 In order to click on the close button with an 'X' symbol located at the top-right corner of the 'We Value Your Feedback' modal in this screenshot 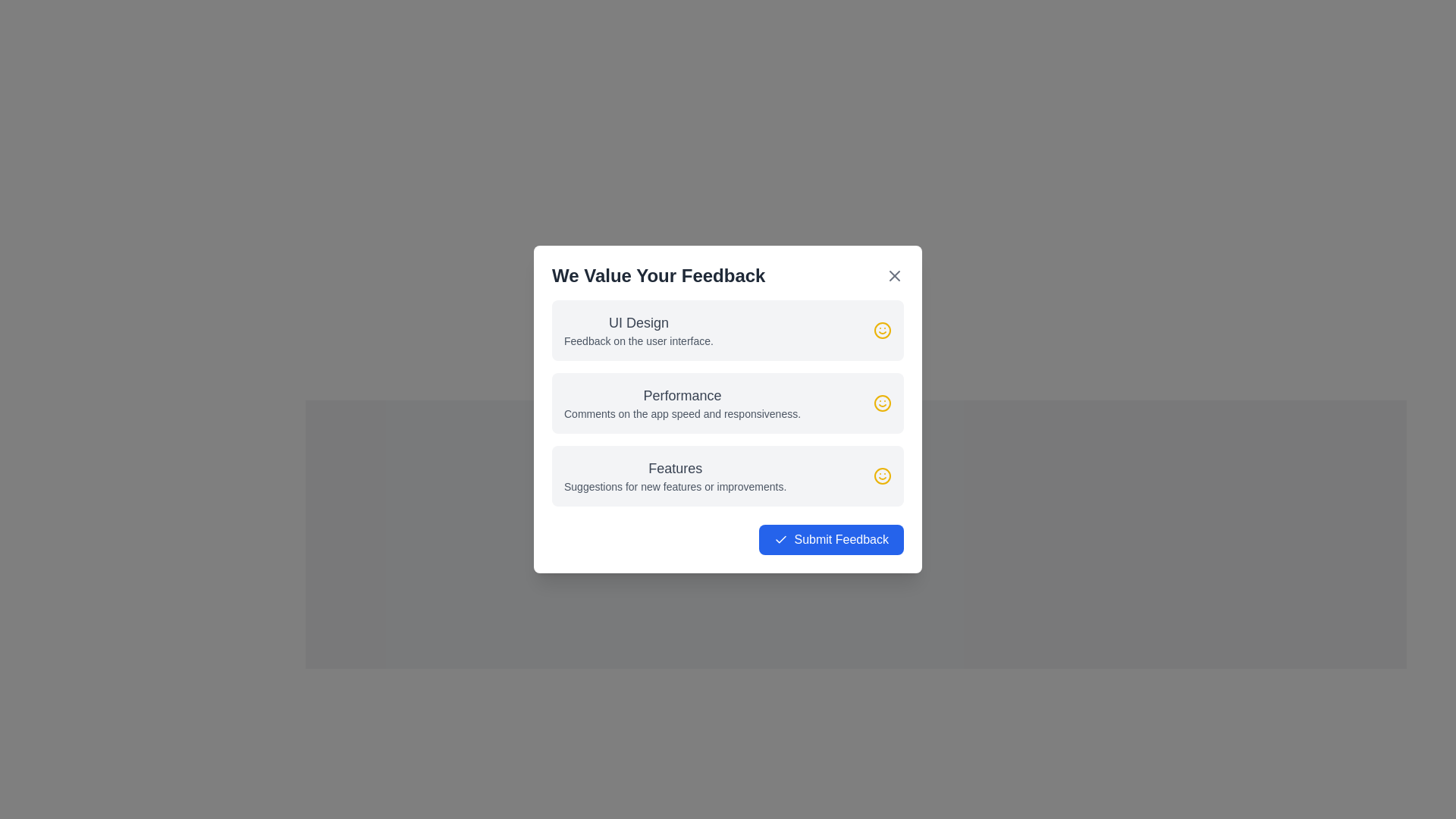, I will do `click(895, 275)`.